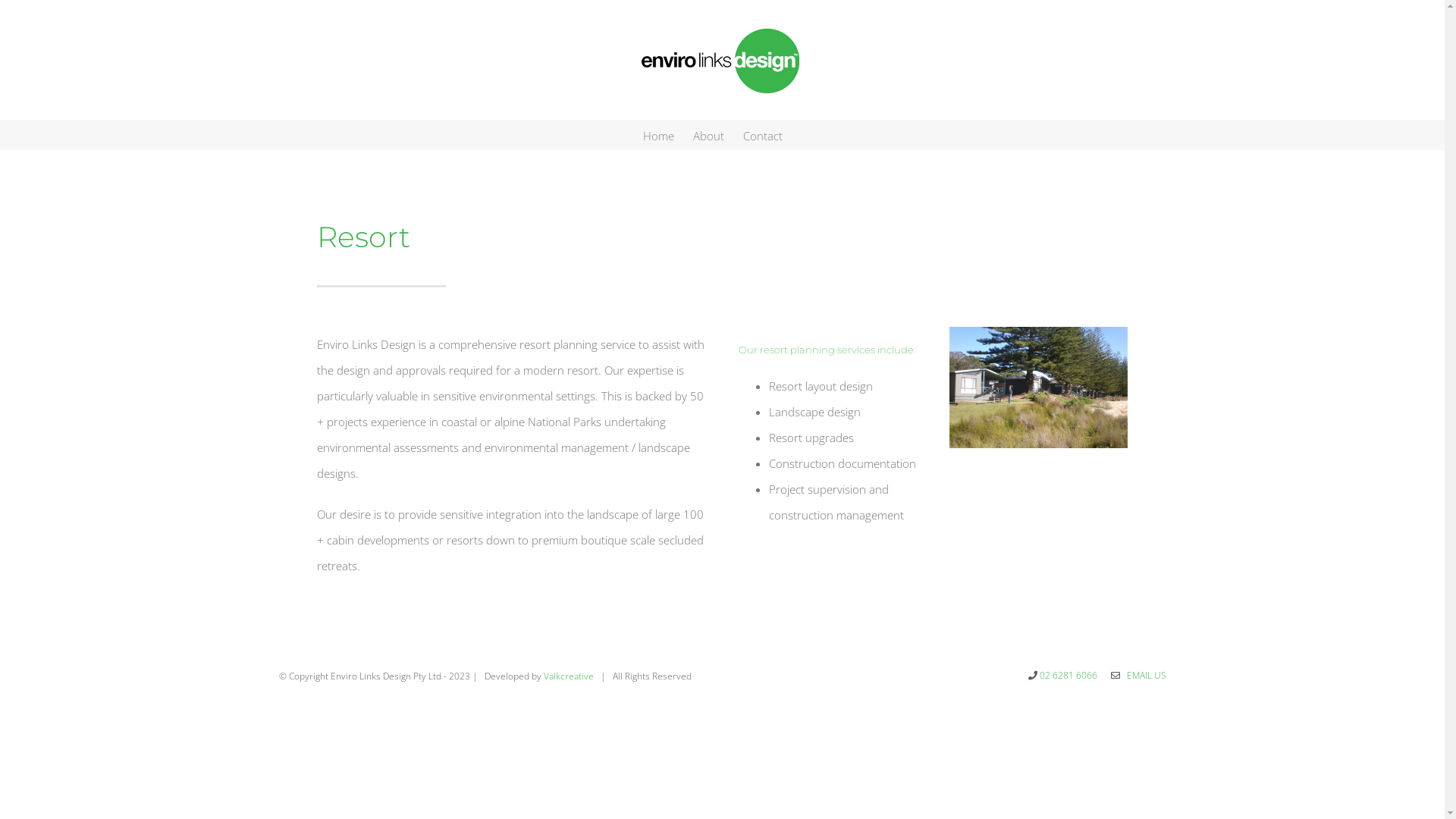 The height and width of the screenshot is (819, 1456). I want to click on '  EMAIL US', so click(1122, 674).